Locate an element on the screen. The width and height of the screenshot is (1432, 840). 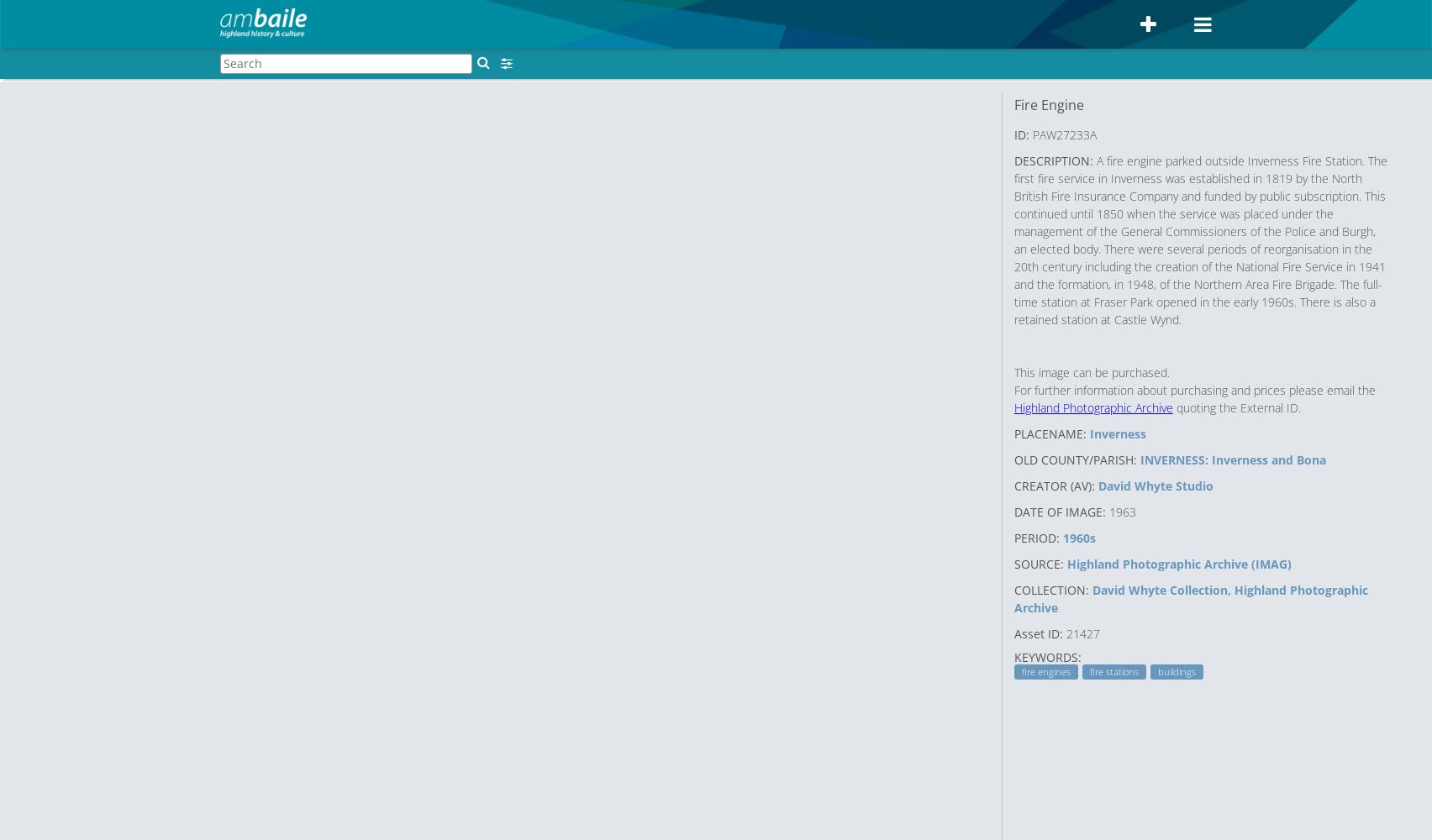
'Asset ID:' is located at coordinates (1037, 633).